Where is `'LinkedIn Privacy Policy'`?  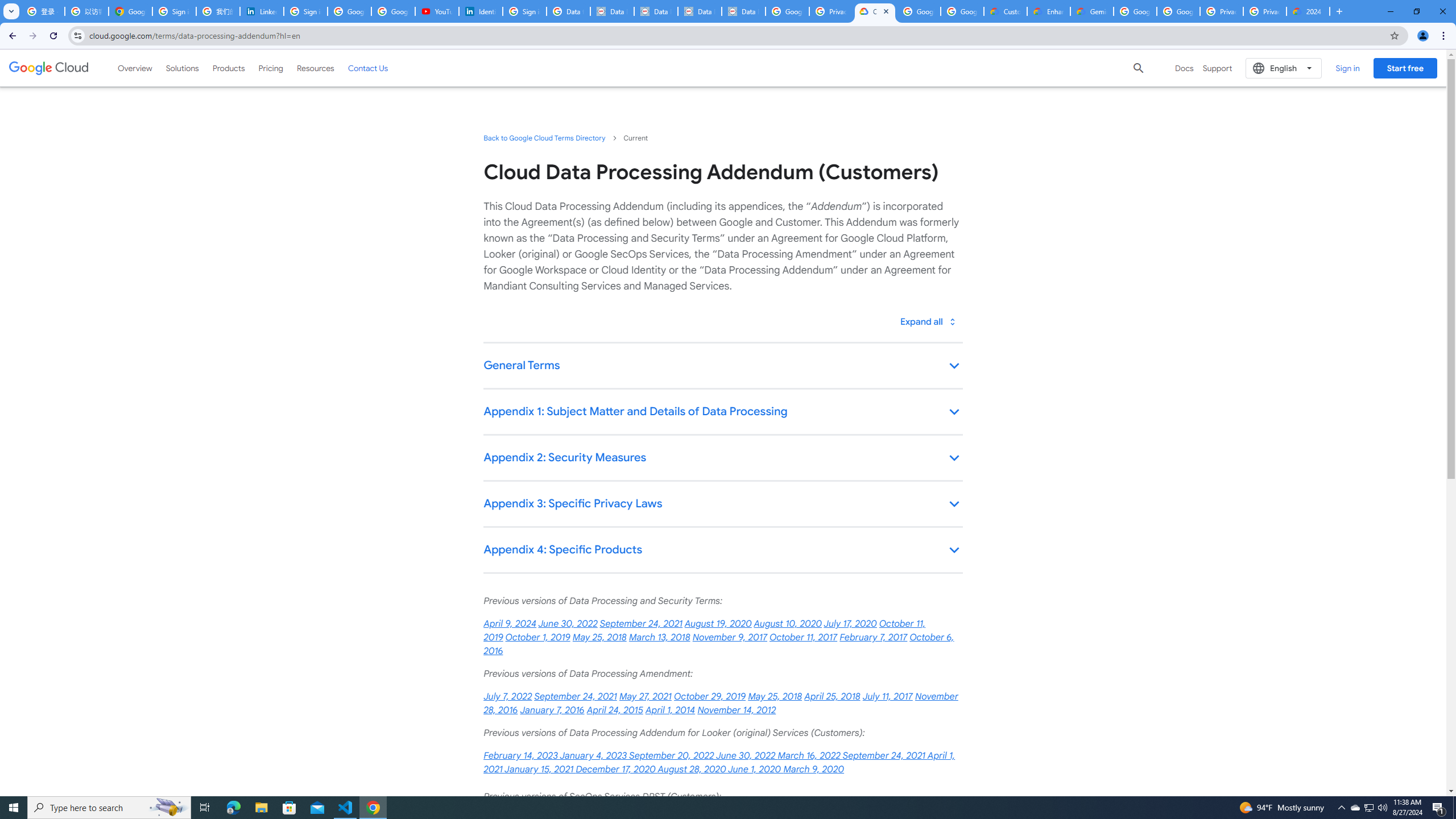
'LinkedIn Privacy Policy' is located at coordinates (260, 11).